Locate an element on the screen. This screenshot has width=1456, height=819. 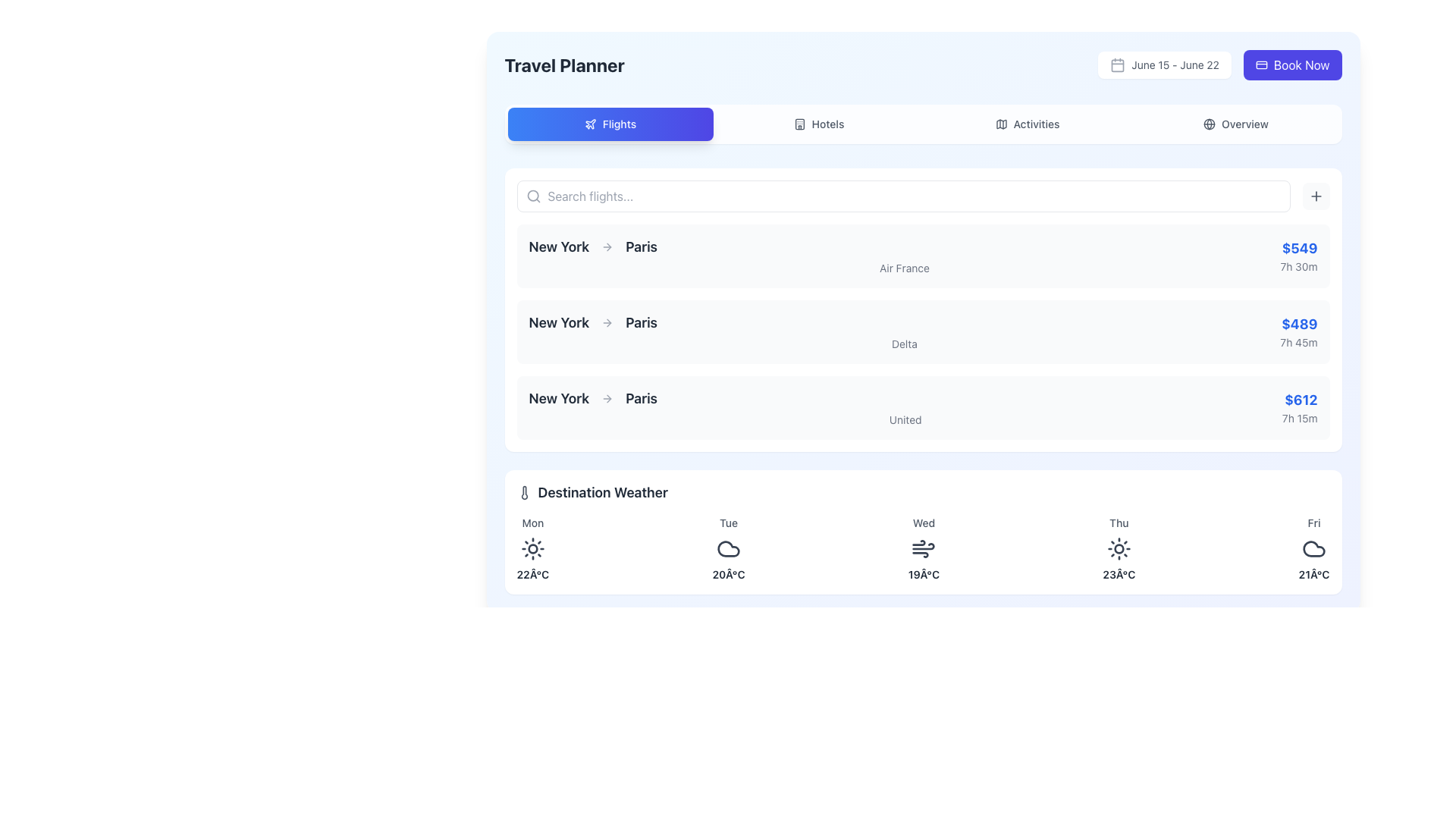
the hotel icon in the navigation bar, which is the second icon labeled 'Hotels' is located at coordinates (799, 124).